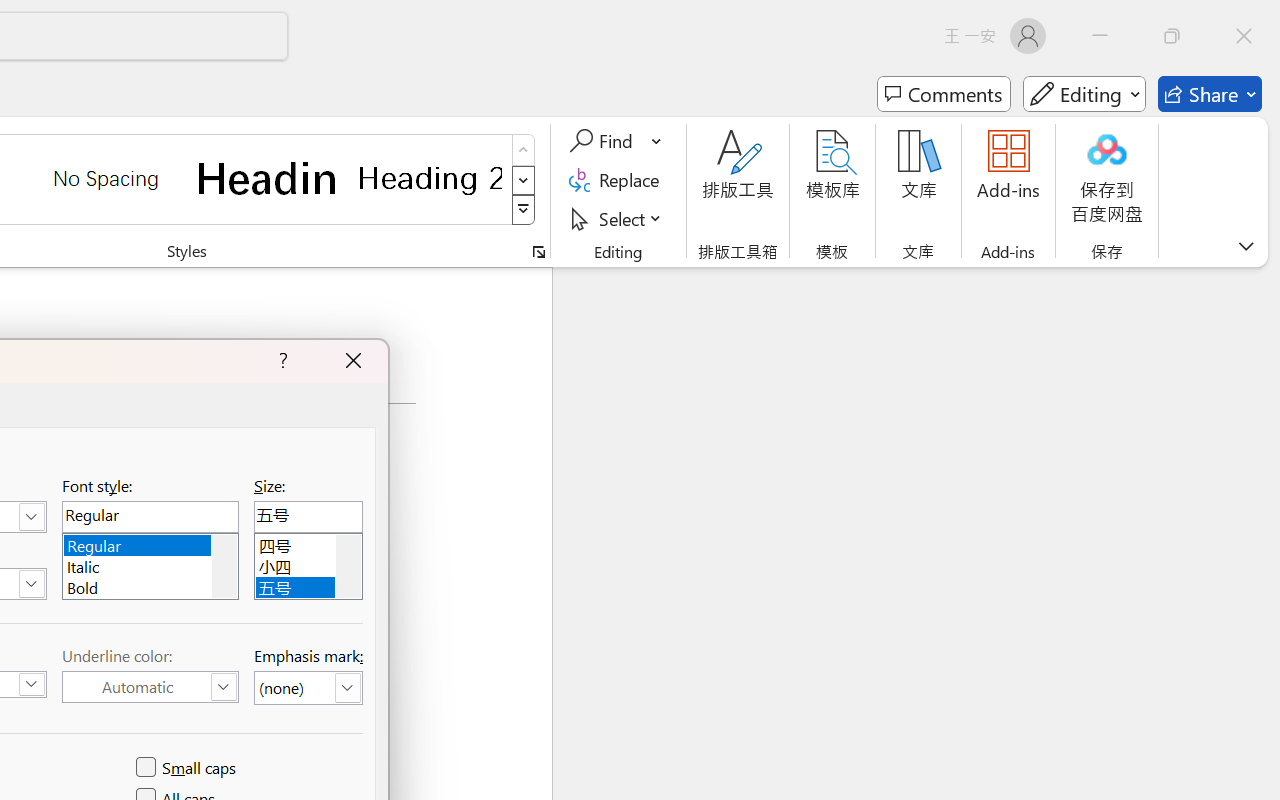  What do you see at coordinates (267, 177) in the screenshot?
I see `'Heading 1'` at bounding box center [267, 177].